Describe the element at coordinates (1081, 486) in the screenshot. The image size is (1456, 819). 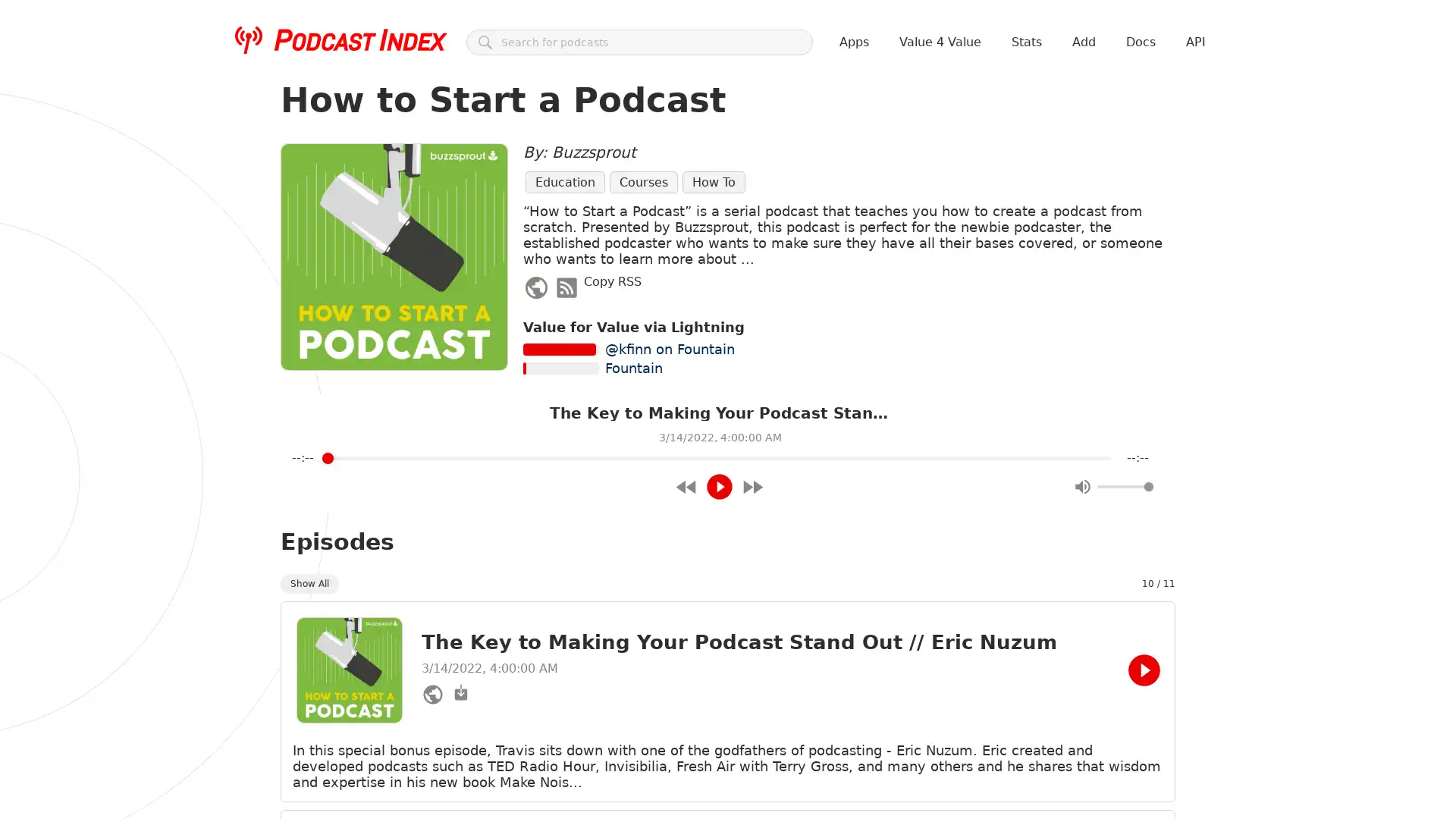
I see `Mute` at that location.